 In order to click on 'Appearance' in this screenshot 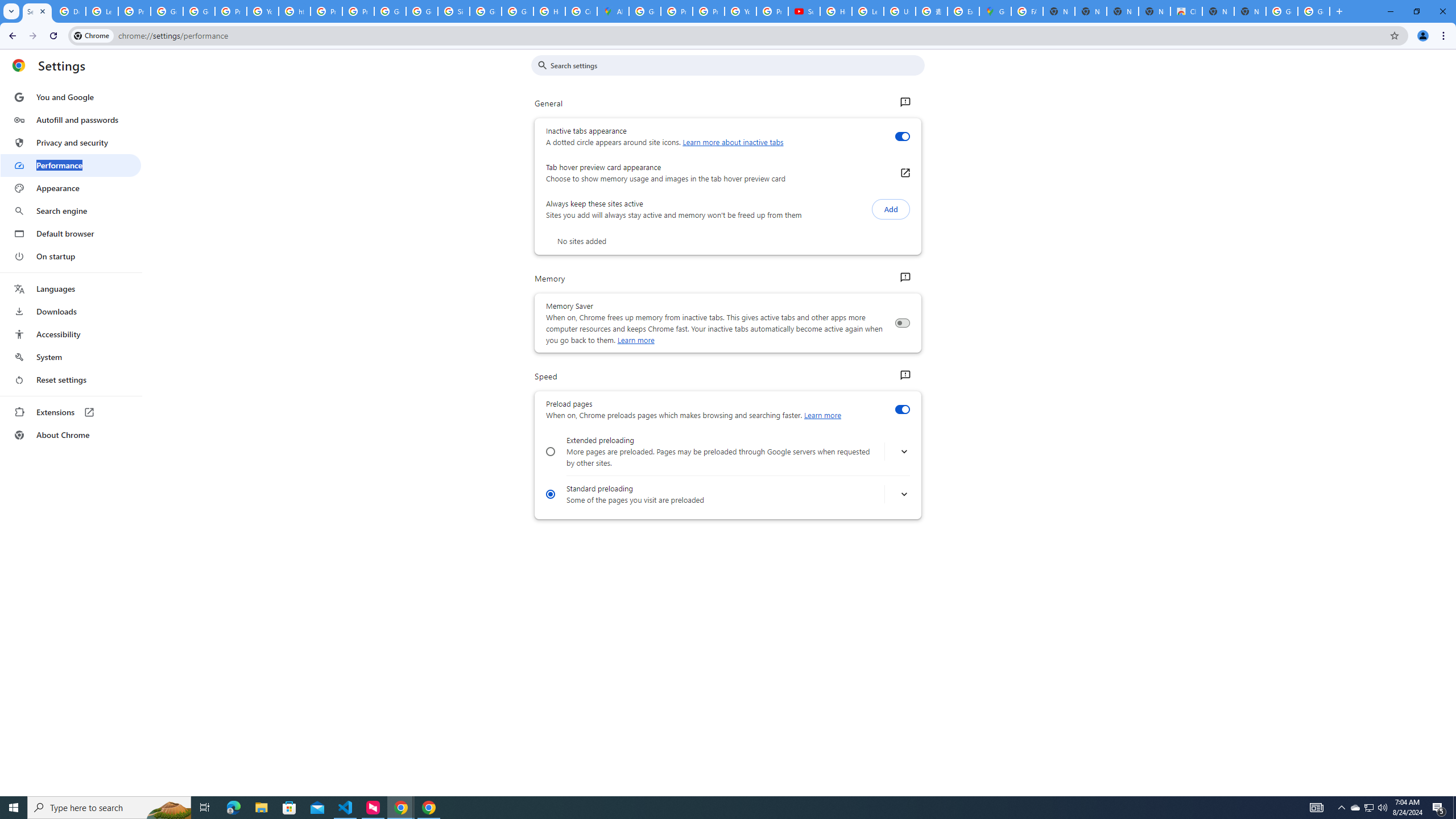, I will do `click(70, 188)`.